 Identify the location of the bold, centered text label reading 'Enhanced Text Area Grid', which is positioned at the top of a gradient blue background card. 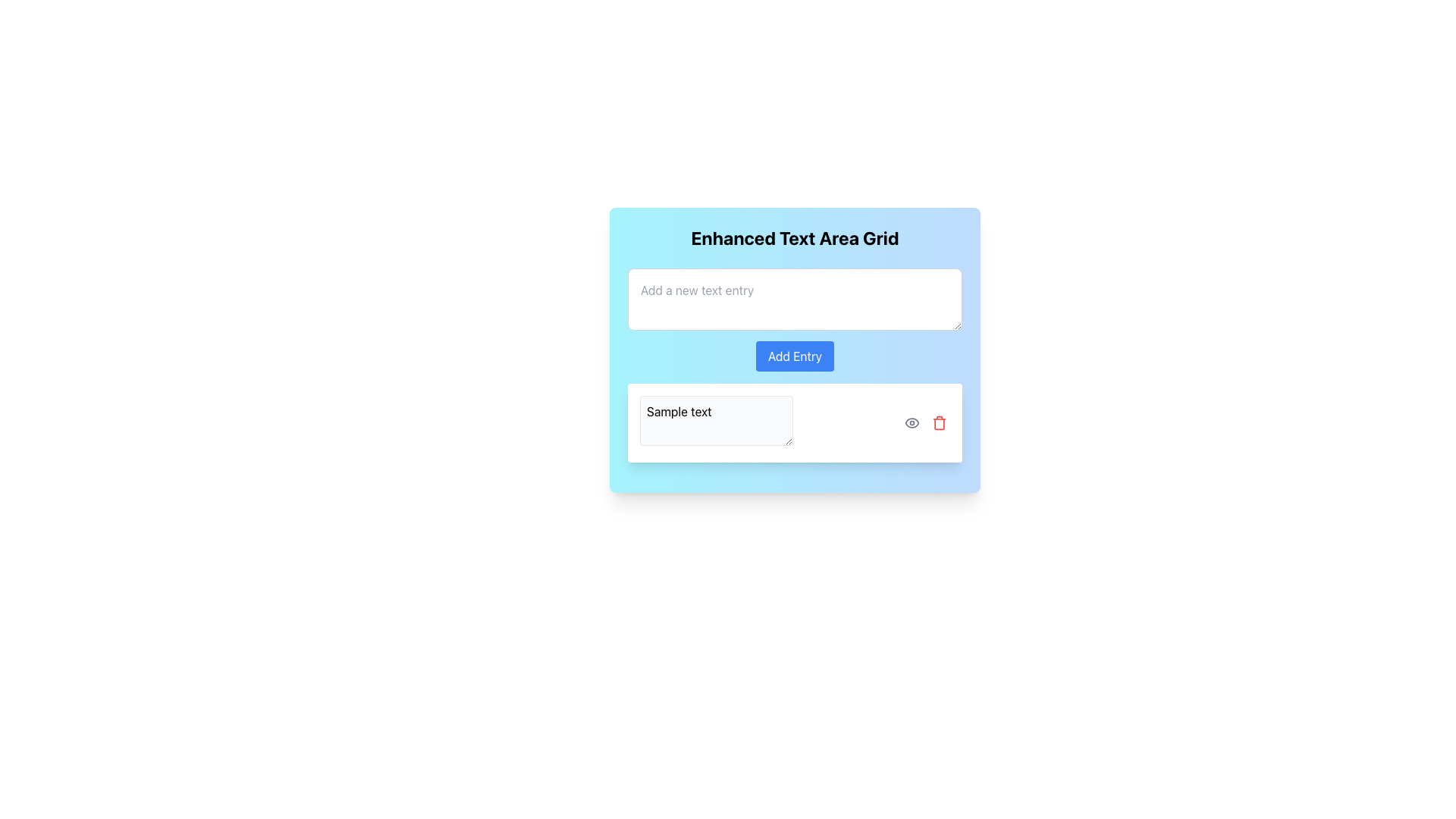
(794, 237).